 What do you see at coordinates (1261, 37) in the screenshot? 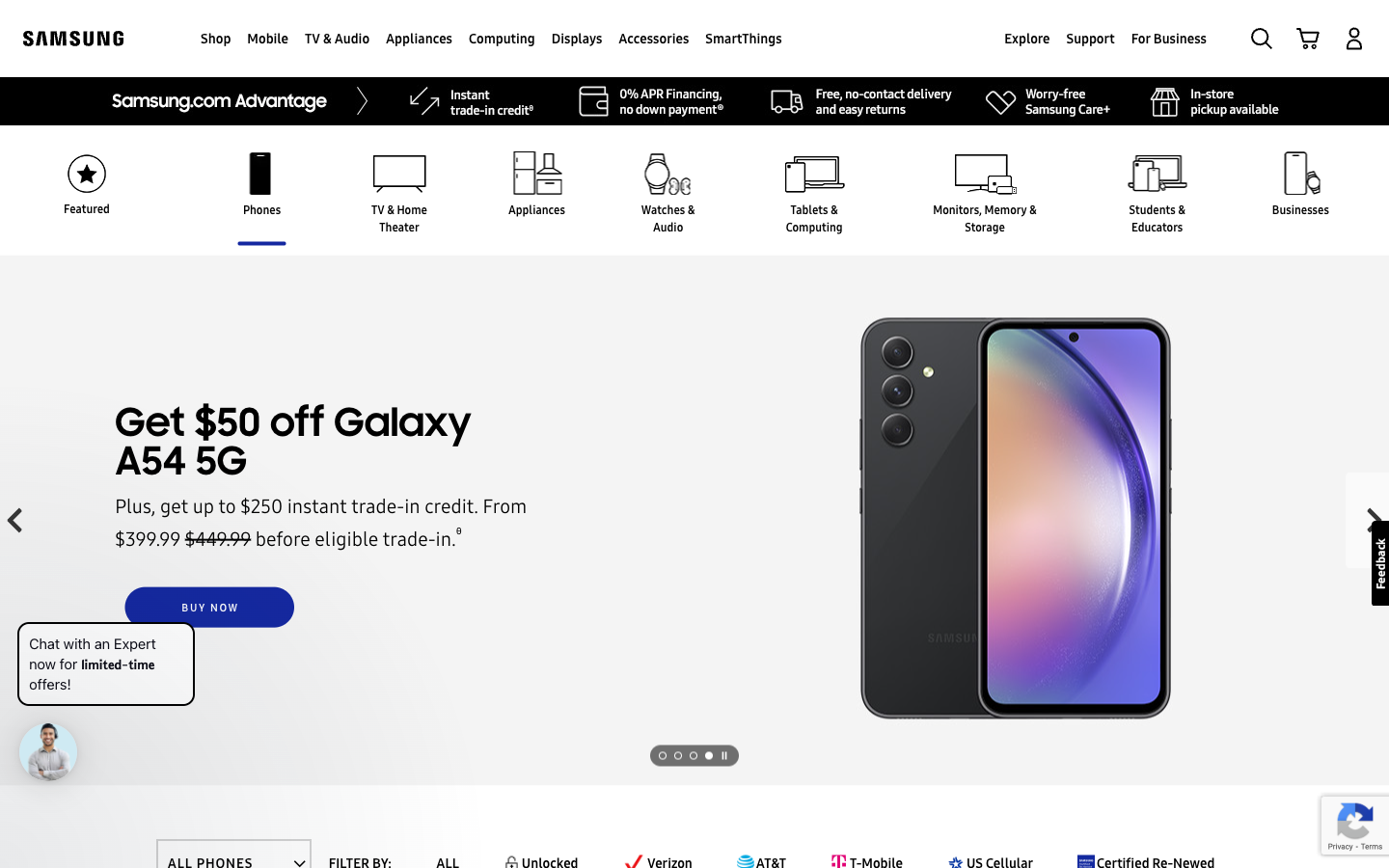
I see `Look for Samsung Galaxy S23 Ultra using the search function` at bounding box center [1261, 37].